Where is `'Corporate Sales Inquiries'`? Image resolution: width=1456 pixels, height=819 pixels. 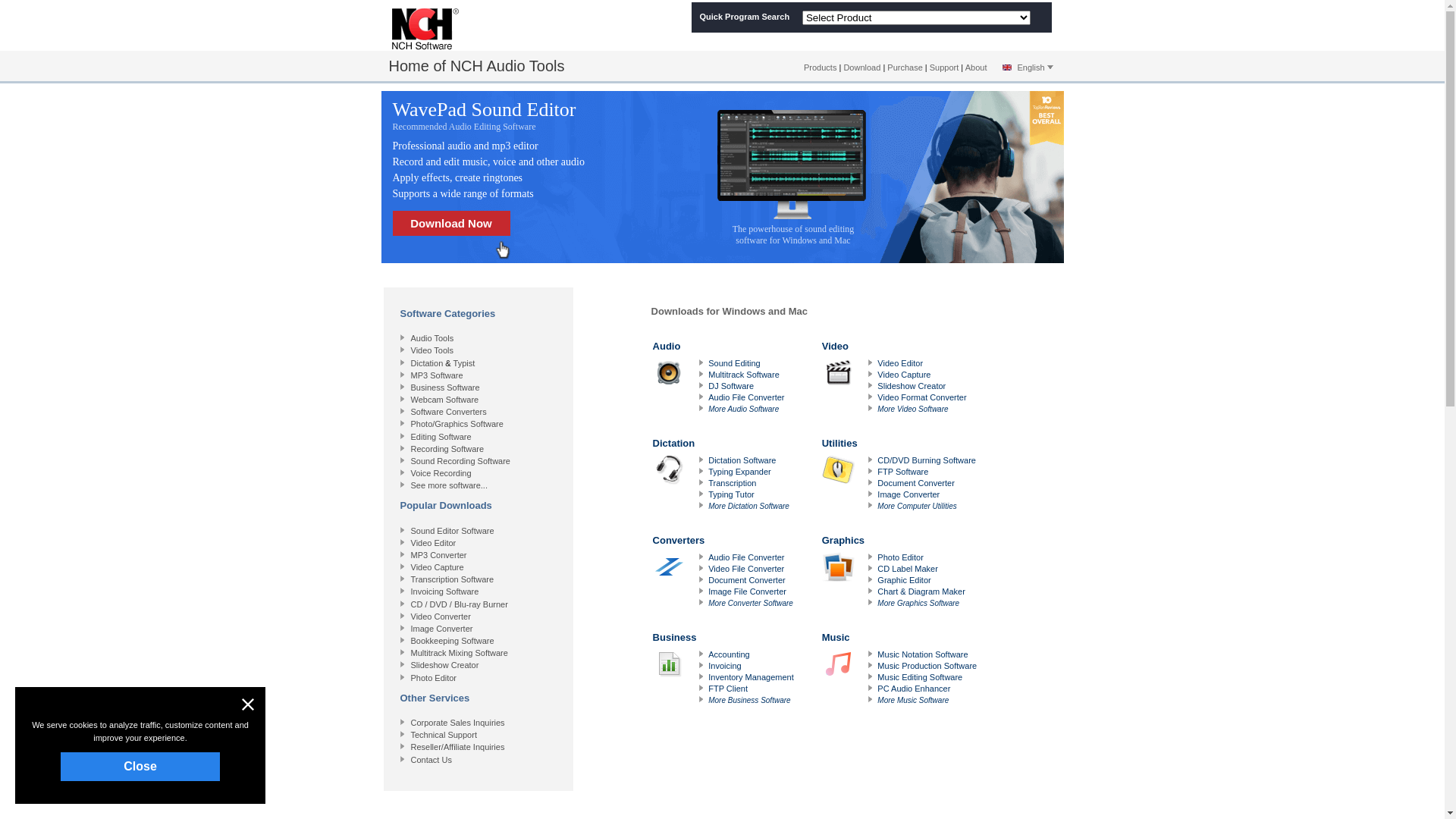 'Corporate Sales Inquiries' is located at coordinates (457, 721).